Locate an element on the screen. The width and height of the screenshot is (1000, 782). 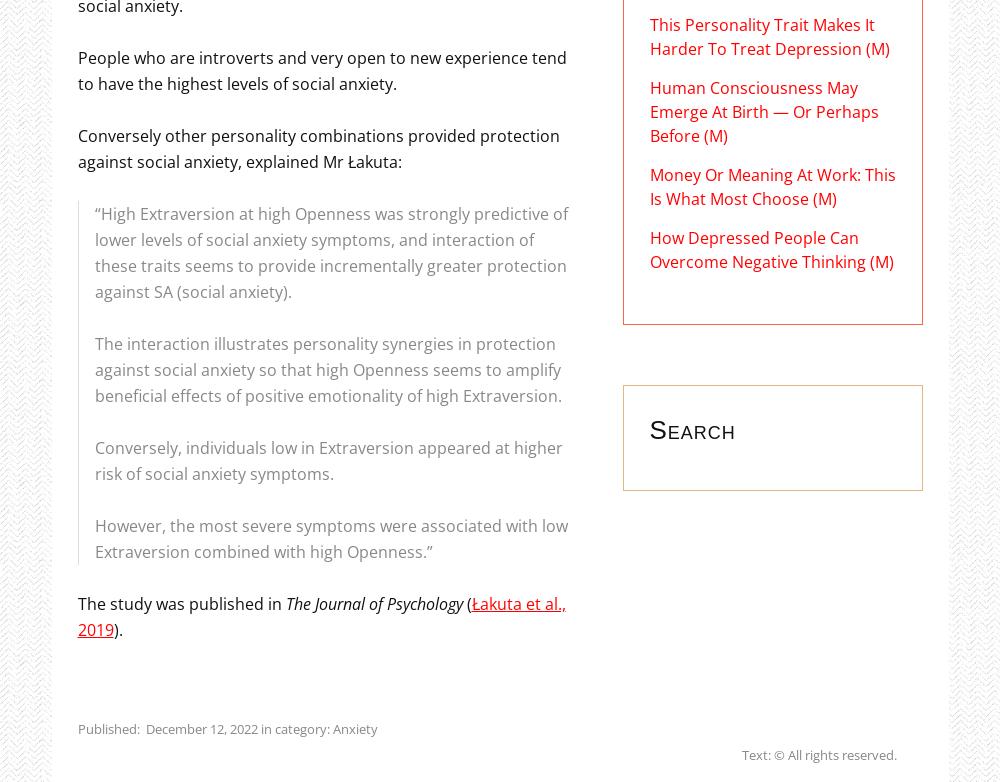
'Money Or Meaning At Work: This Is What Most Choose (M)' is located at coordinates (772, 186).